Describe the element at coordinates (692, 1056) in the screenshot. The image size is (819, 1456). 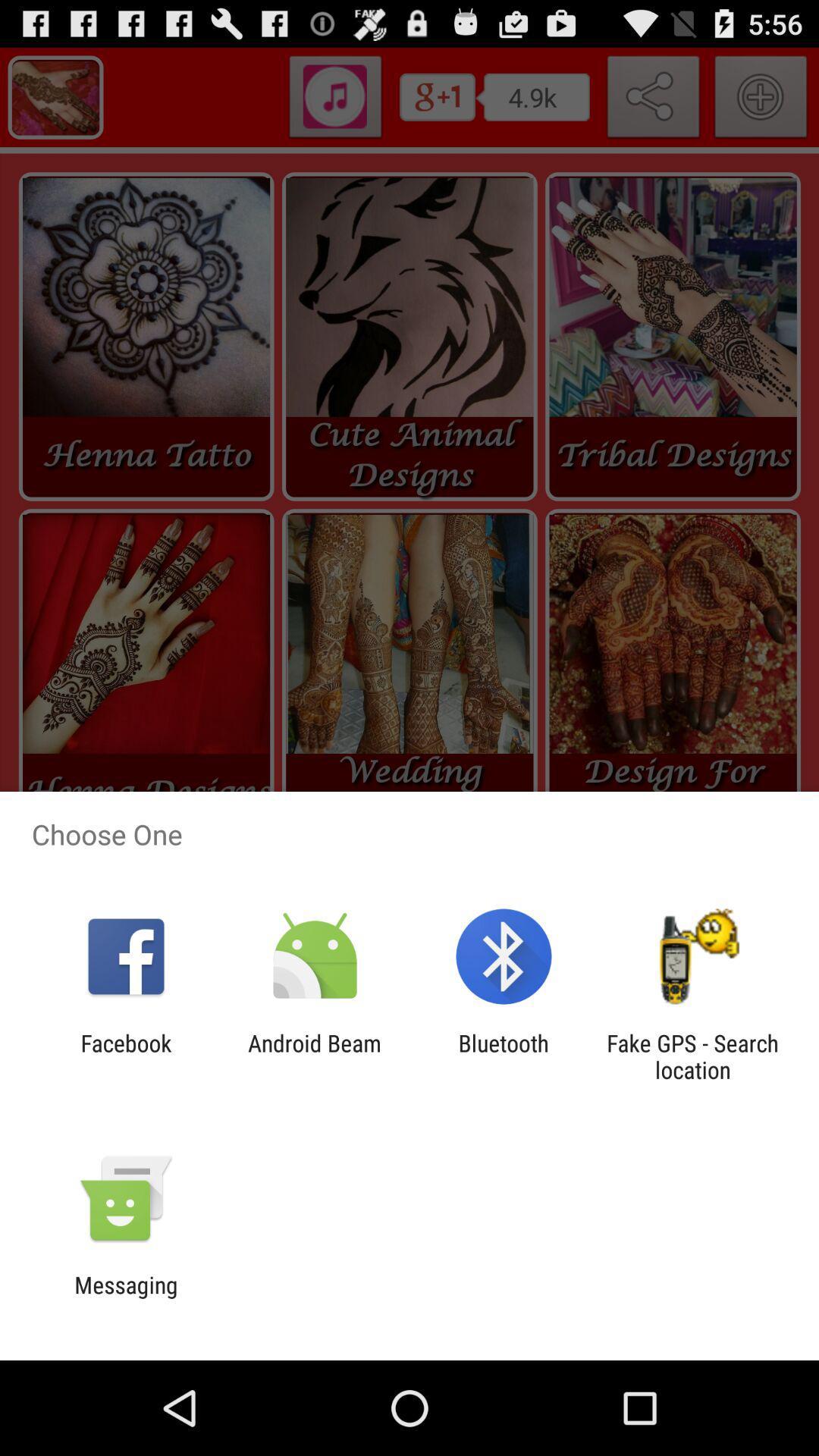
I see `the app to the right of bluetooth icon` at that location.